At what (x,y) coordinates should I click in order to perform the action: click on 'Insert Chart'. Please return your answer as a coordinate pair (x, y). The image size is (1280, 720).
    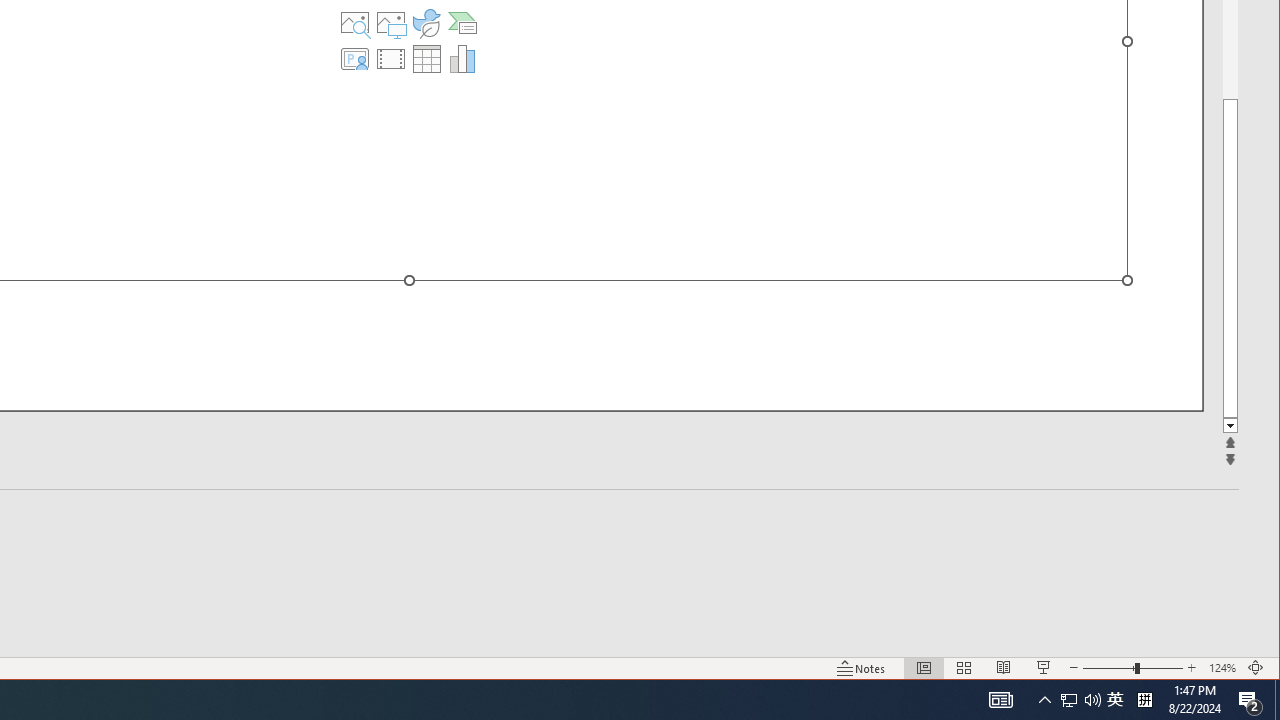
    Looking at the image, I should click on (461, 58).